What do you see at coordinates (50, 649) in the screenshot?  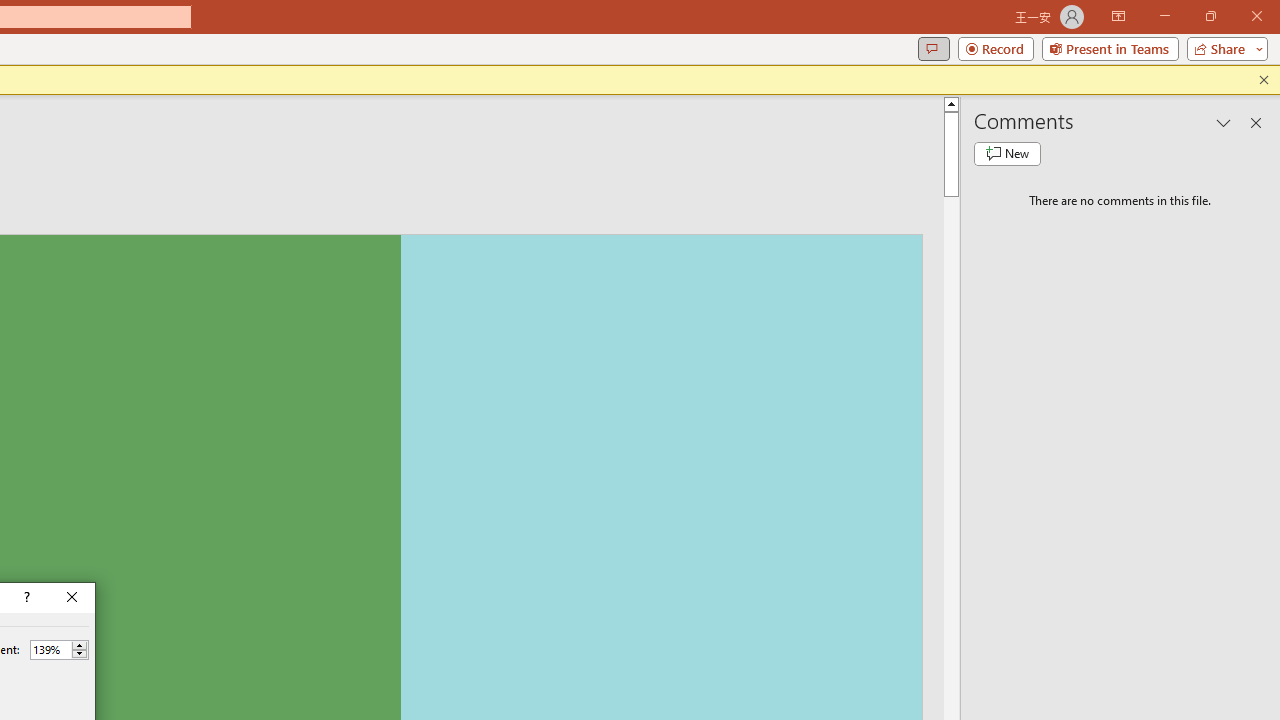 I see `'Percent'` at bounding box center [50, 649].